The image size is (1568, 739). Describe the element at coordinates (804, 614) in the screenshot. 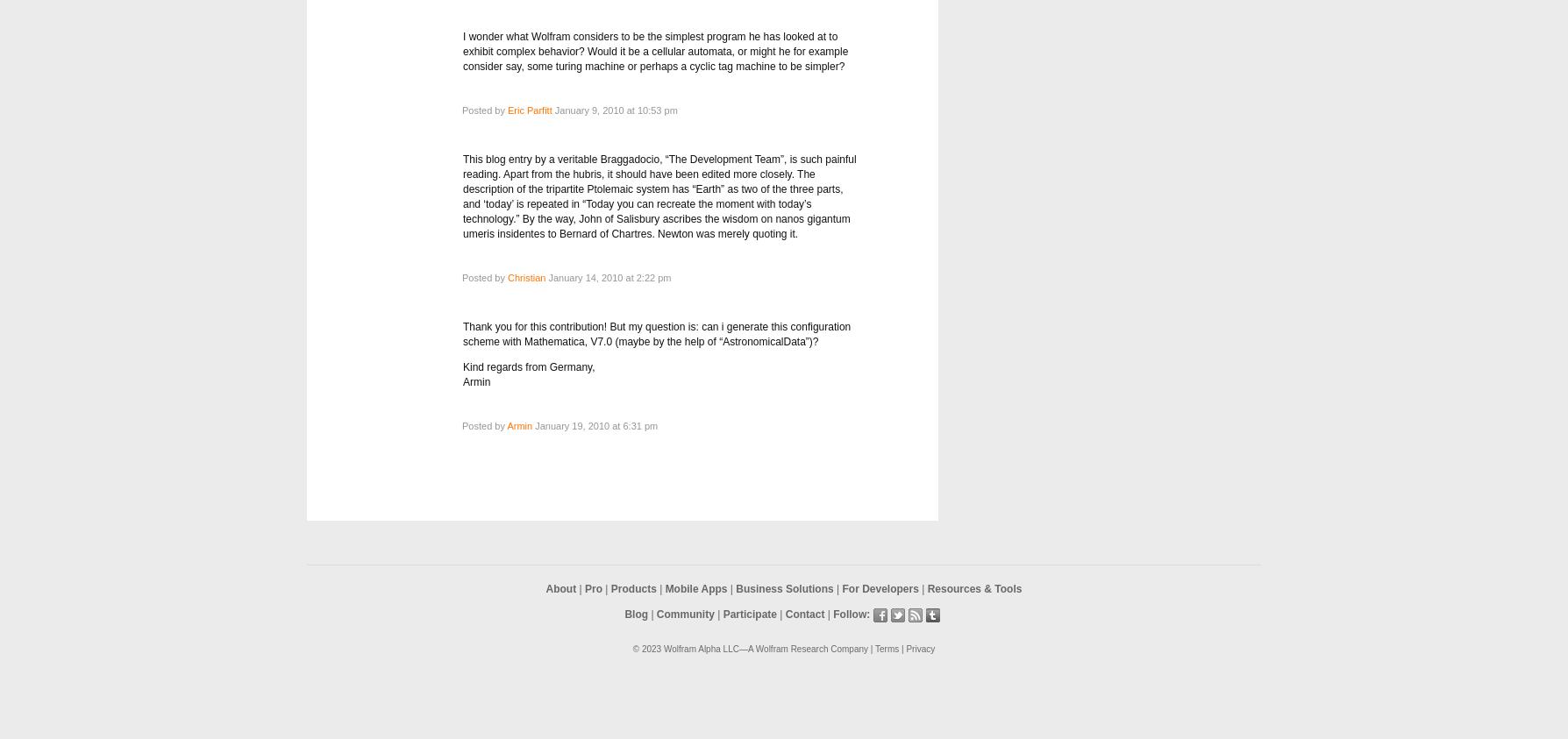

I see `'Contact'` at that location.